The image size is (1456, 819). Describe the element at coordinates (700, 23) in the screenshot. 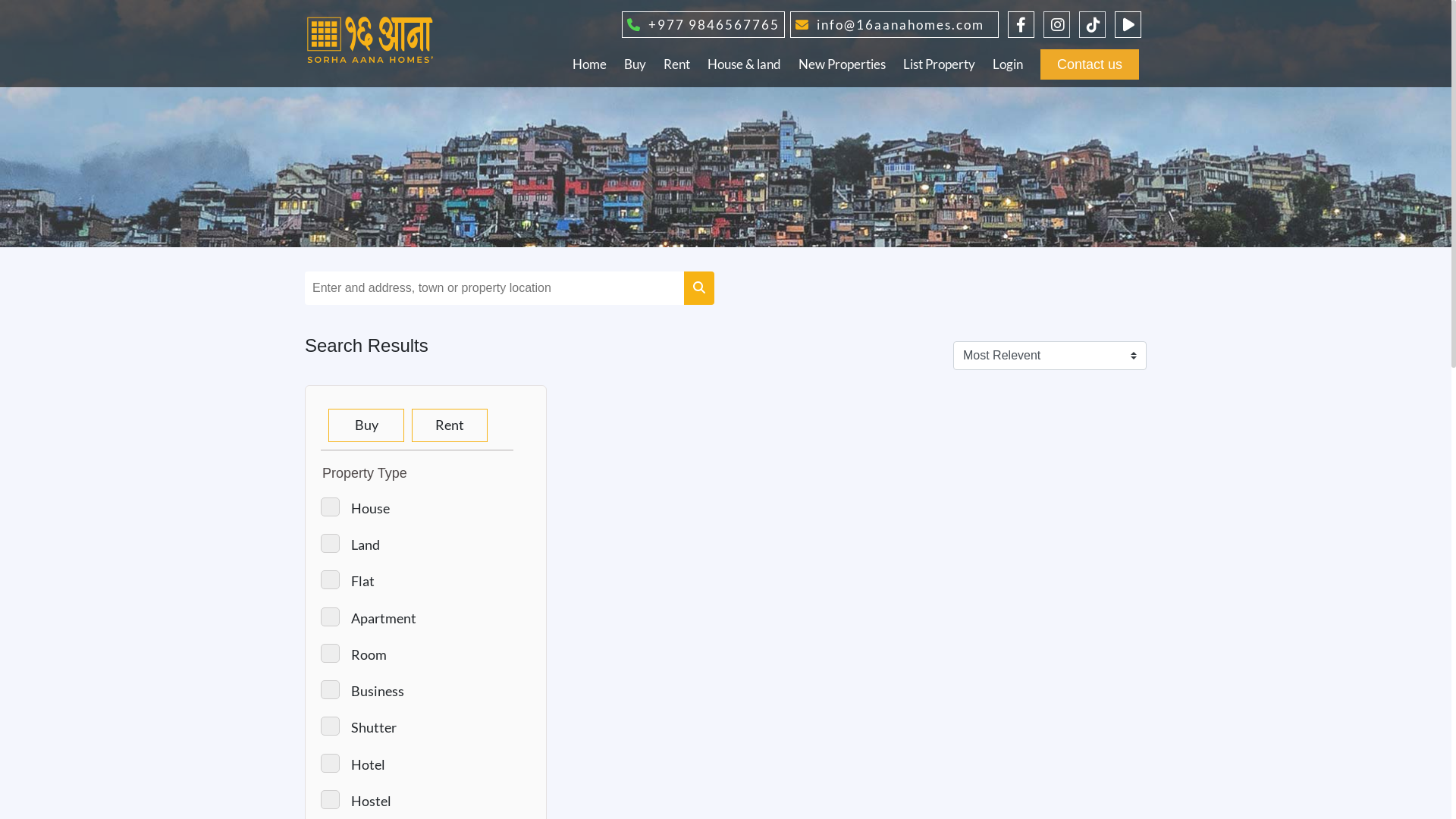

I see `'+977 9846567765'` at that location.